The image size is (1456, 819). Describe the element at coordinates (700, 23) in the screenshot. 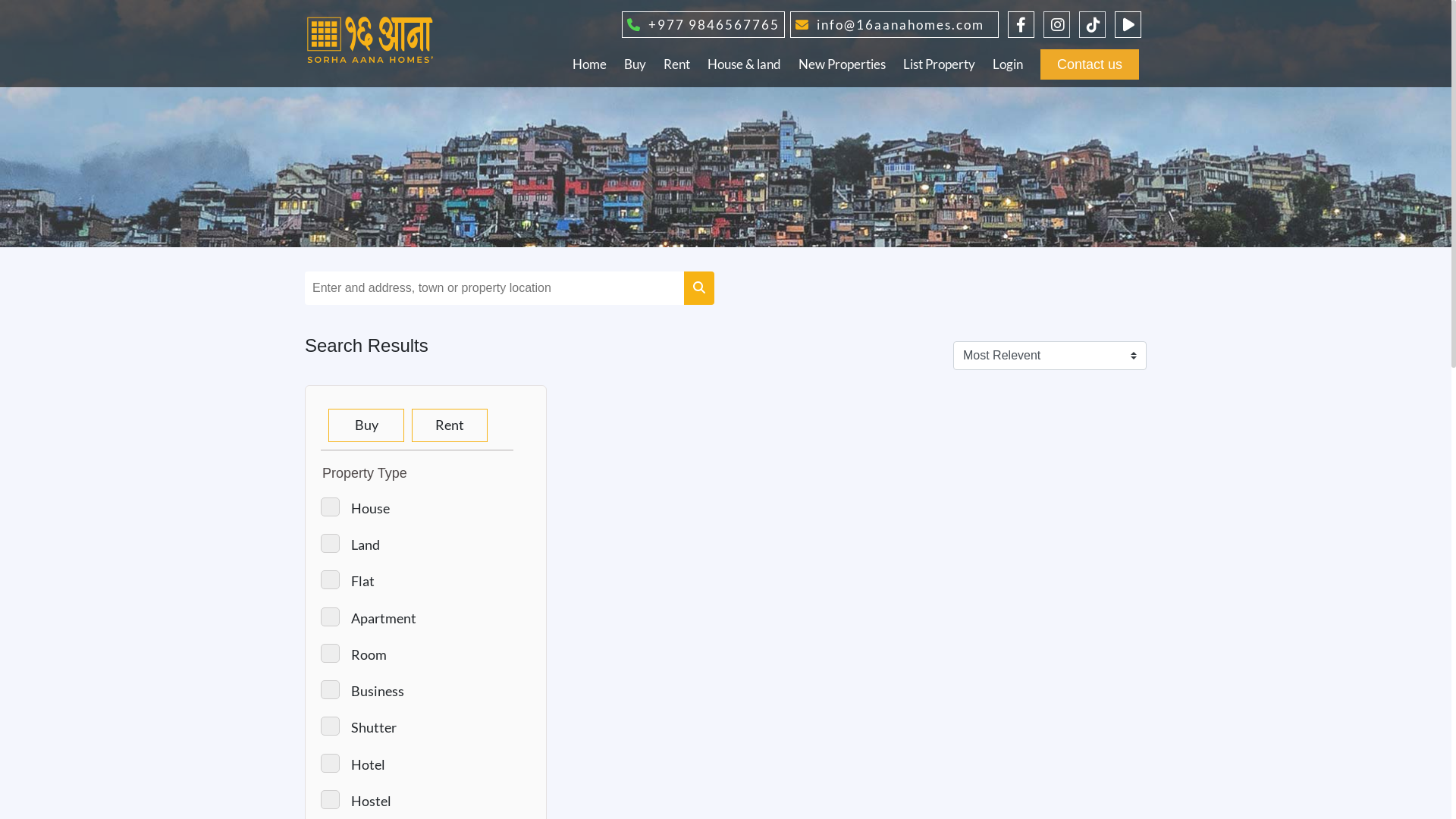

I see `'+977 9846567765'` at that location.